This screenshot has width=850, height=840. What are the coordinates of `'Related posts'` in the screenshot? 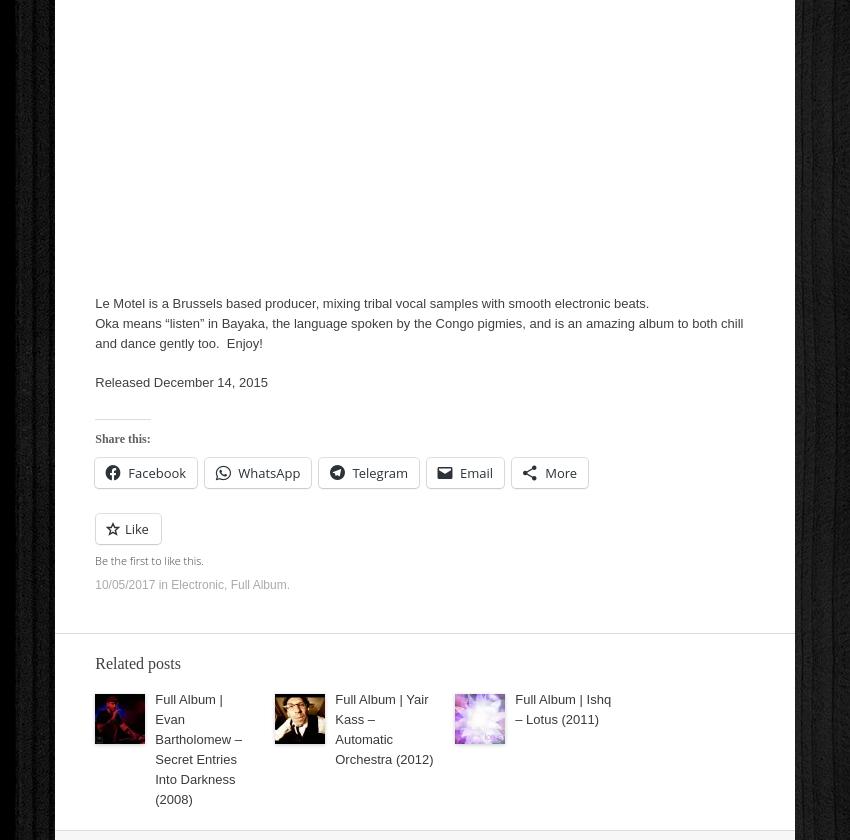 It's located at (138, 663).